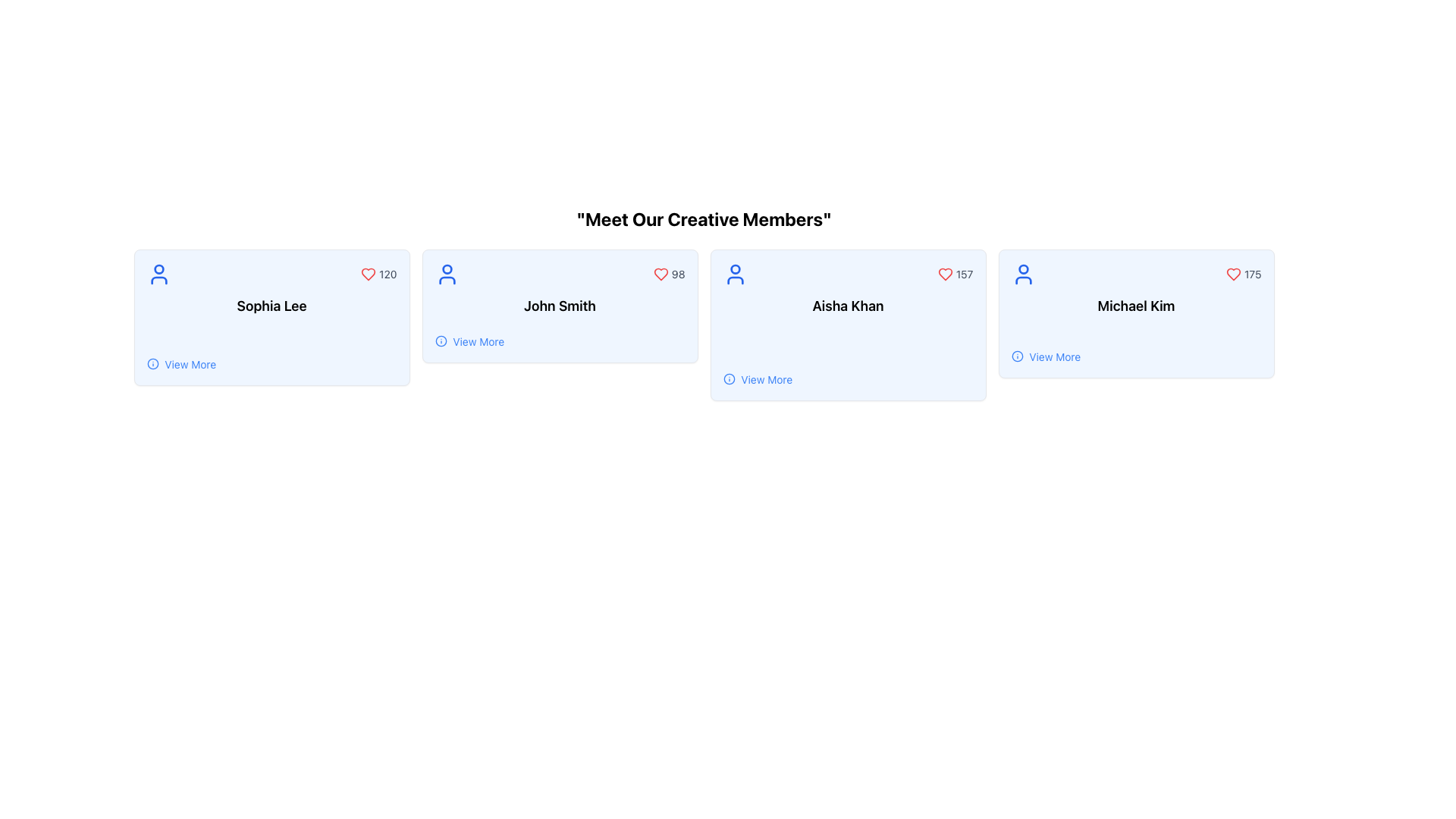  I want to click on the user profile icon located at the top left corner of the card for 'Aisha Khan', which is the third card from the left, so click(735, 275).